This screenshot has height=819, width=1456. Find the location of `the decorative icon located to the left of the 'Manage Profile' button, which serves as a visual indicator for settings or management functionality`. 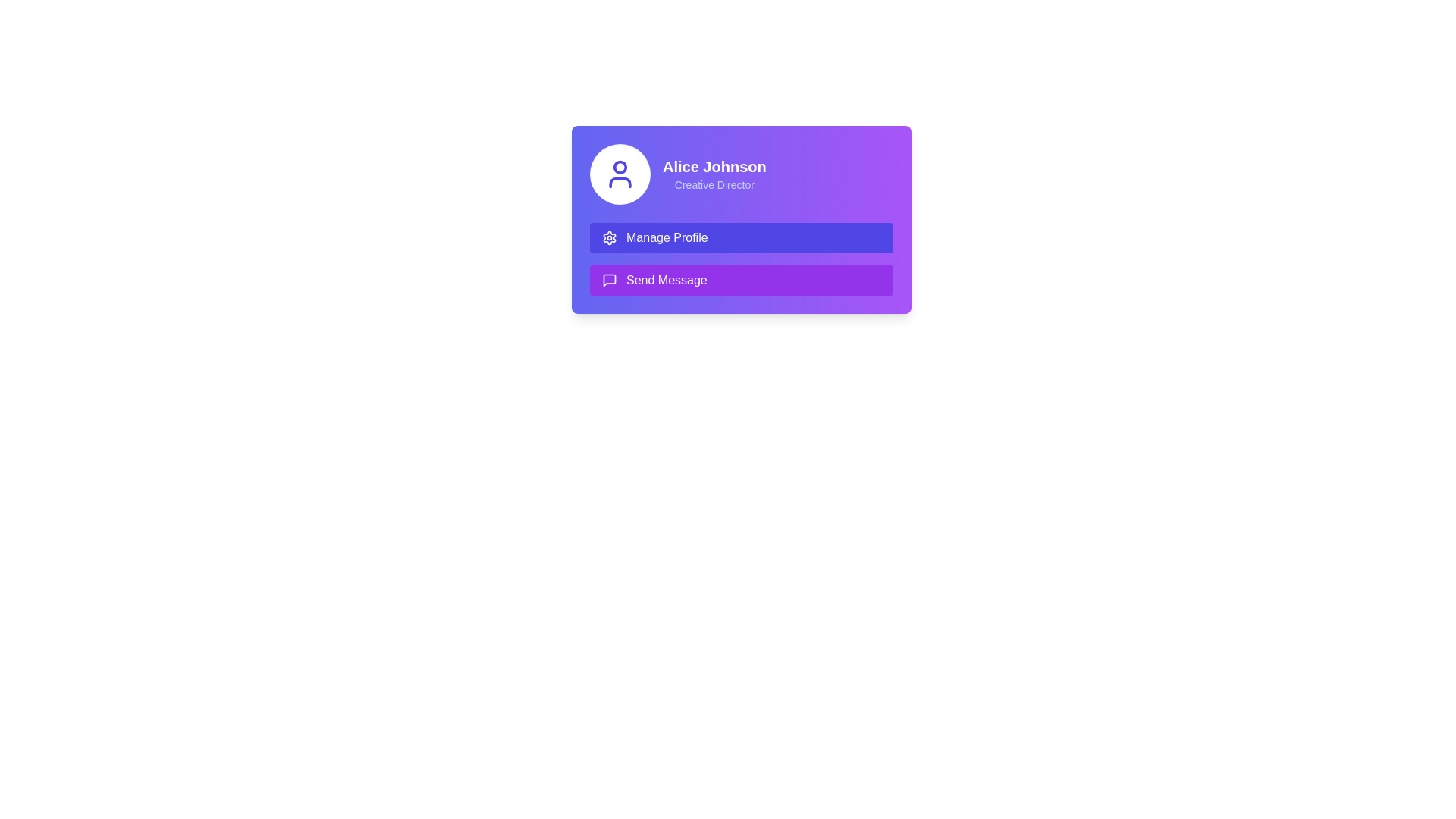

the decorative icon located to the left of the 'Manage Profile' button, which serves as a visual indicator for settings or management functionality is located at coordinates (610, 237).